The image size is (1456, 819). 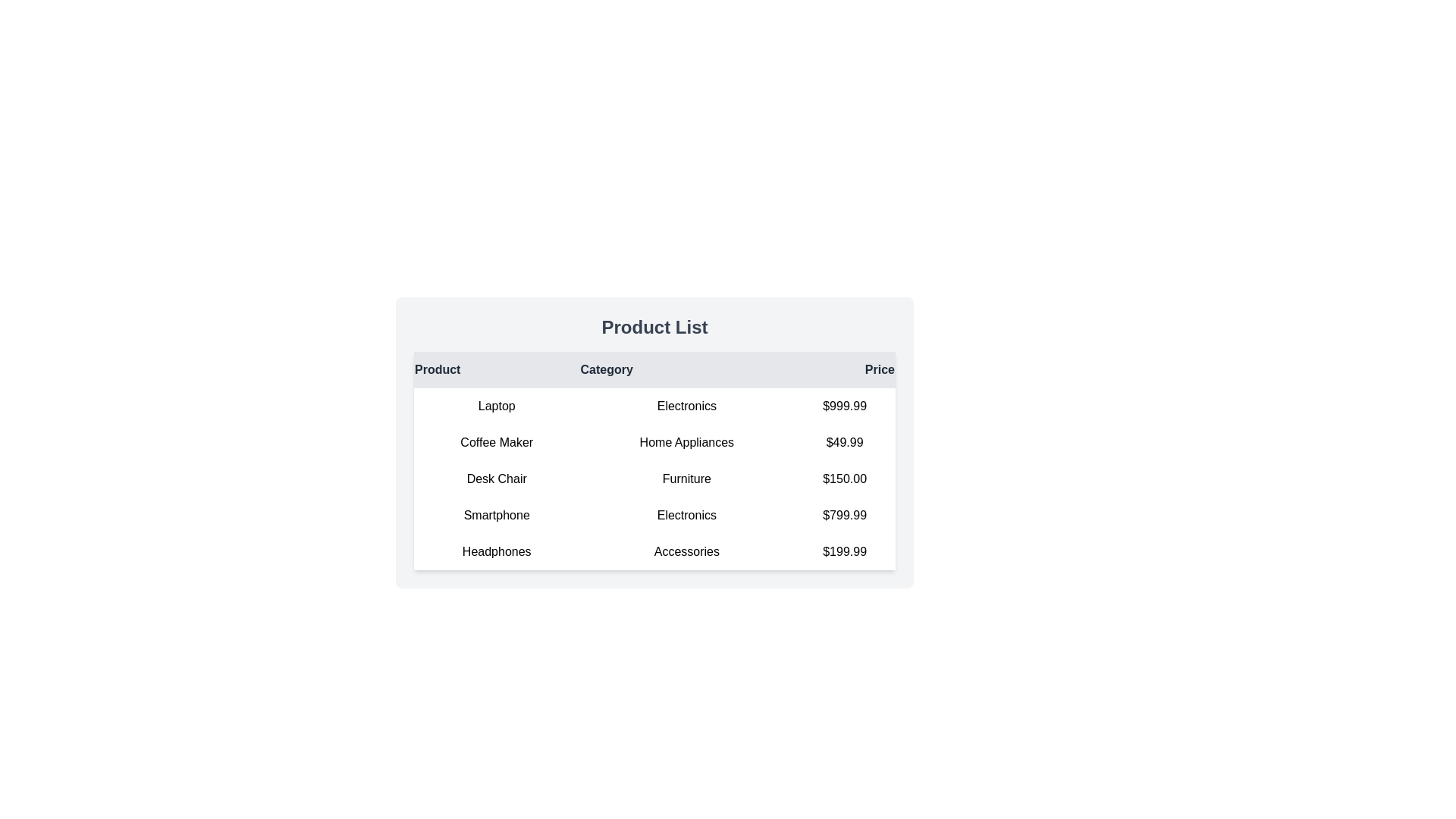 I want to click on the 'Headphones' text label, which is the first entry in the last row of the 'Product' column in the tabular grid layout, so click(x=497, y=552).